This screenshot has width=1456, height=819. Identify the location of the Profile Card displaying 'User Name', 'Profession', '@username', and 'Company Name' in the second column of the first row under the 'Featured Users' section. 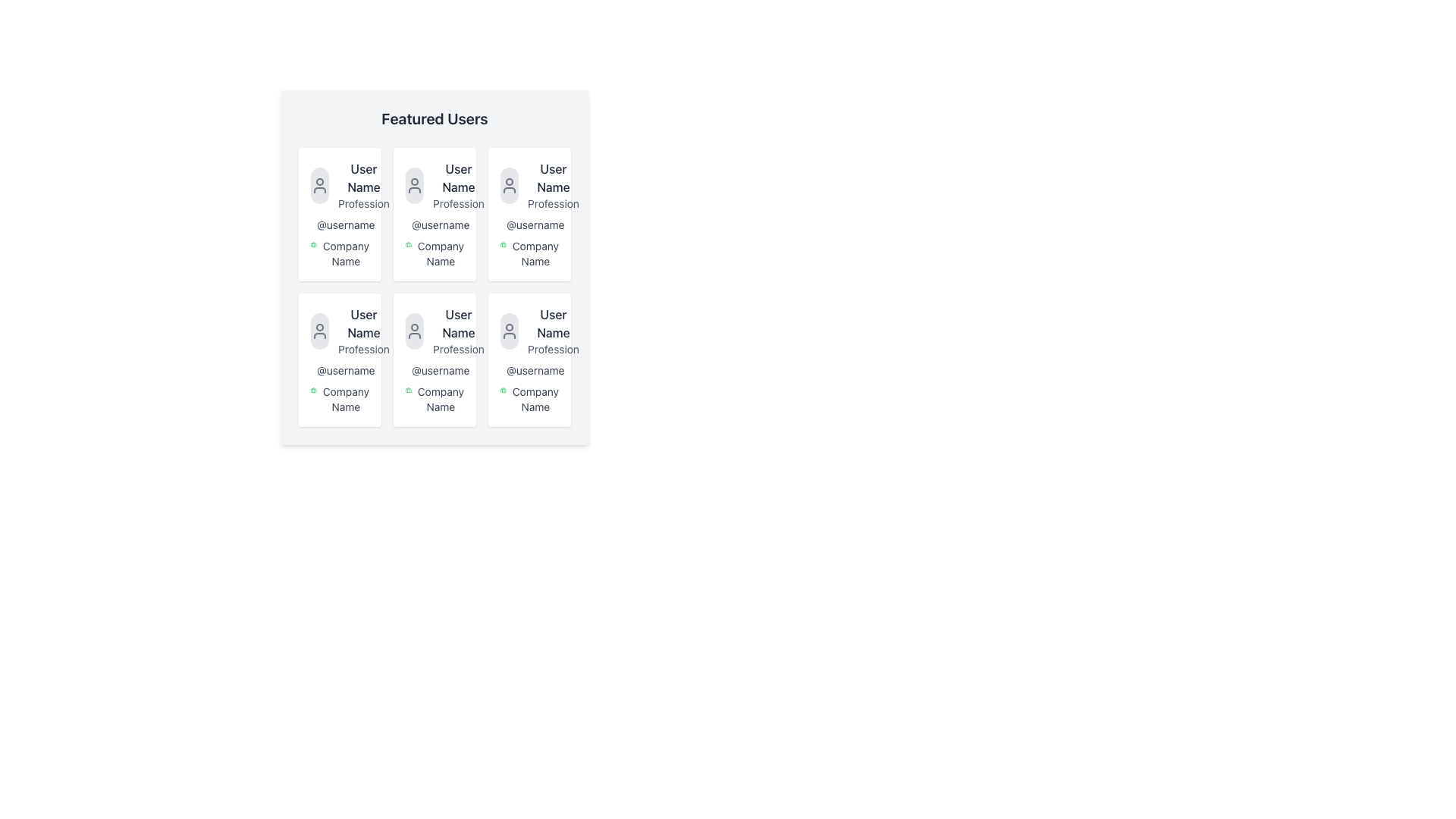
(434, 214).